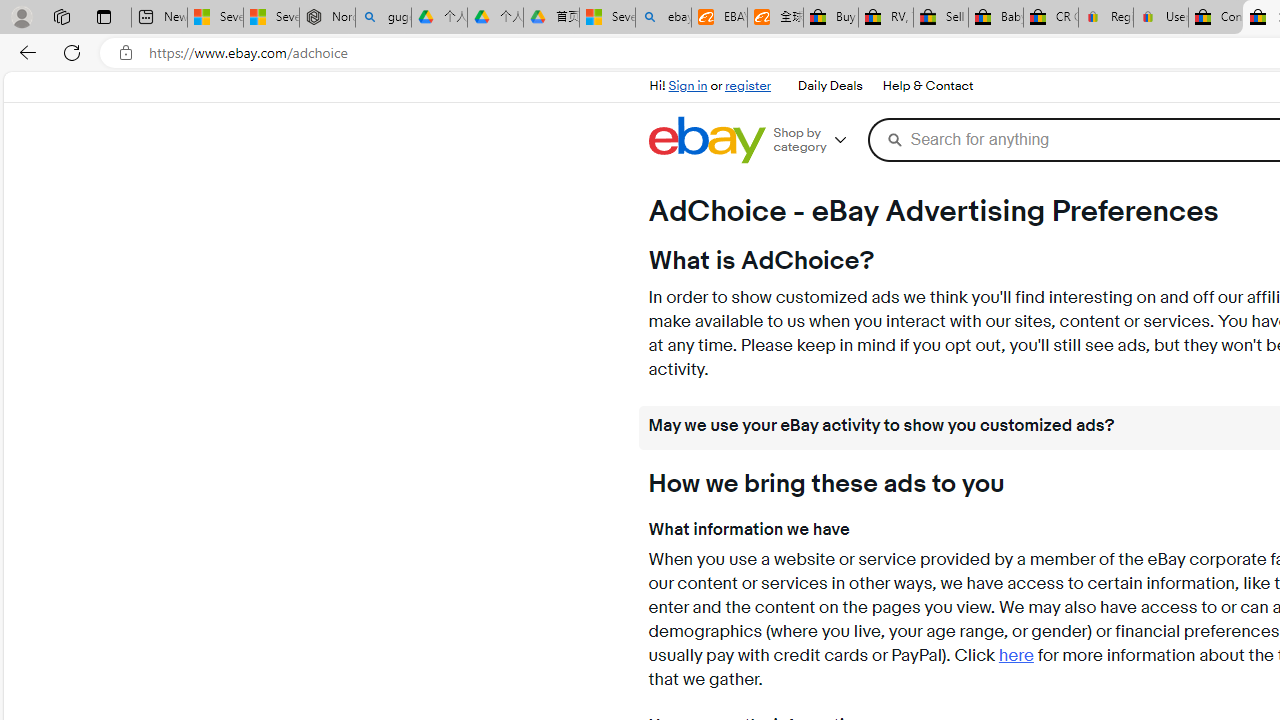 The width and height of the screenshot is (1280, 720). I want to click on 'Daily Deals', so click(829, 85).